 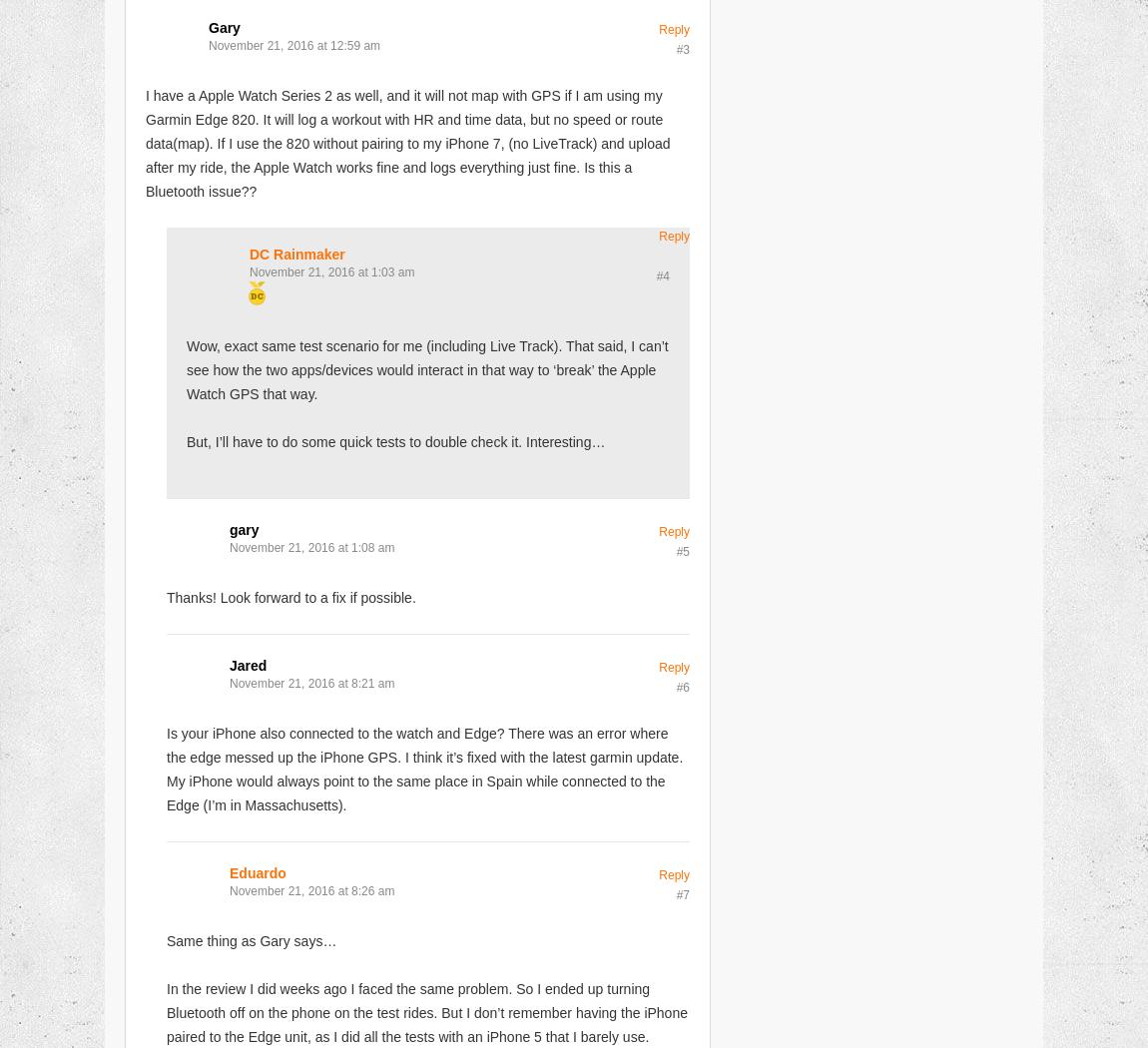 What do you see at coordinates (247, 664) in the screenshot?
I see `'Jared'` at bounding box center [247, 664].